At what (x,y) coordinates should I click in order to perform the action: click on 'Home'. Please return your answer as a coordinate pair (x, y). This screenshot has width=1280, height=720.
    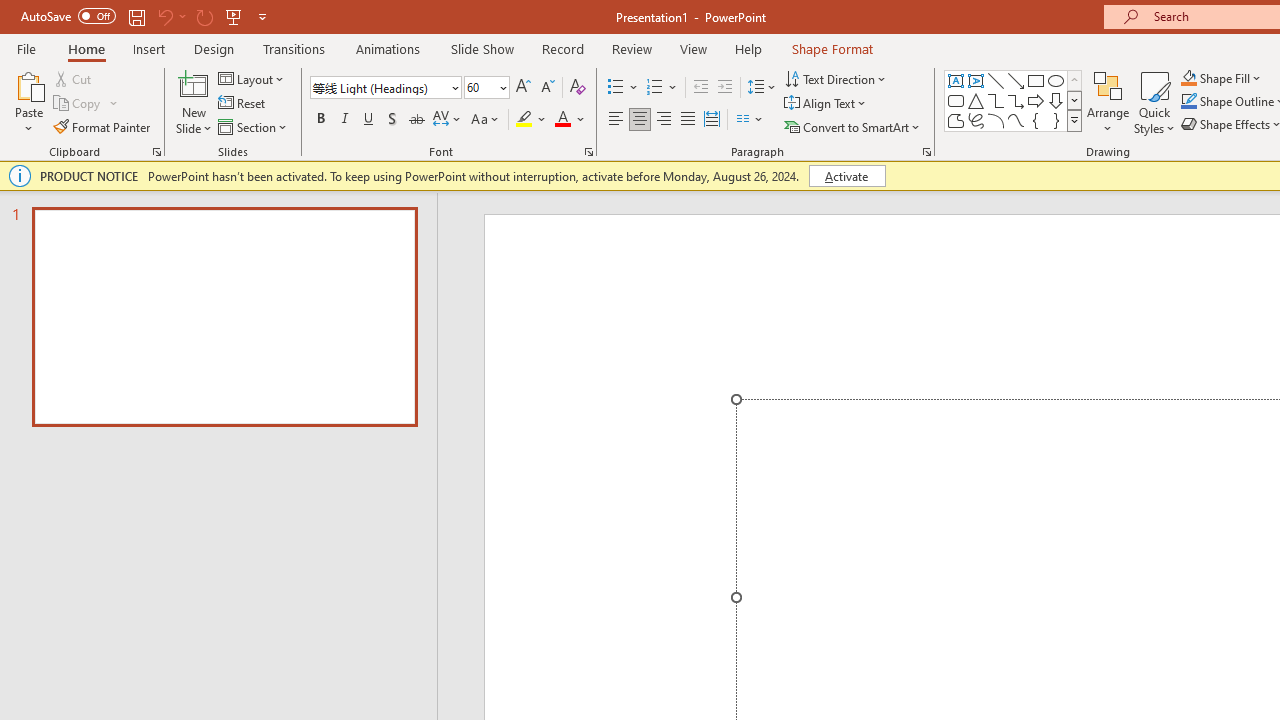
    Looking at the image, I should click on (85, 48).